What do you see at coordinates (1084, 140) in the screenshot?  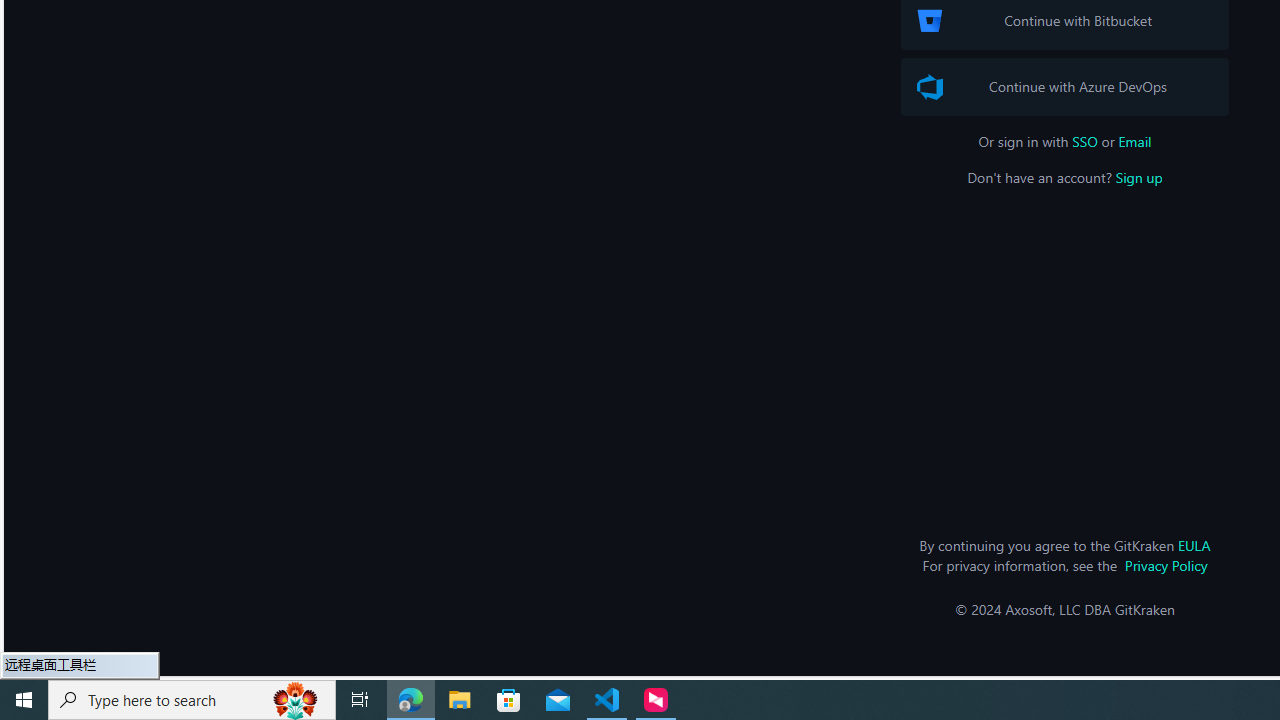 I see `'SSO'` at bounding box center [1084, 140].